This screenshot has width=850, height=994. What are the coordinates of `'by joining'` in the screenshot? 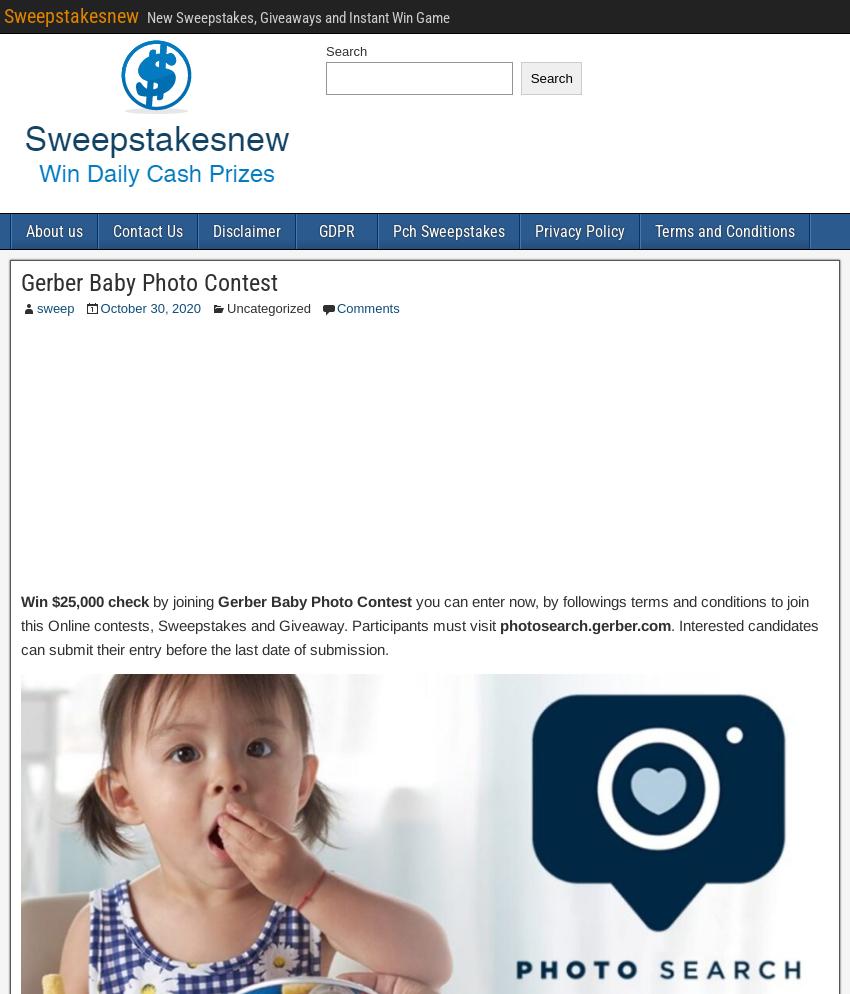 It's located at (180, 601).